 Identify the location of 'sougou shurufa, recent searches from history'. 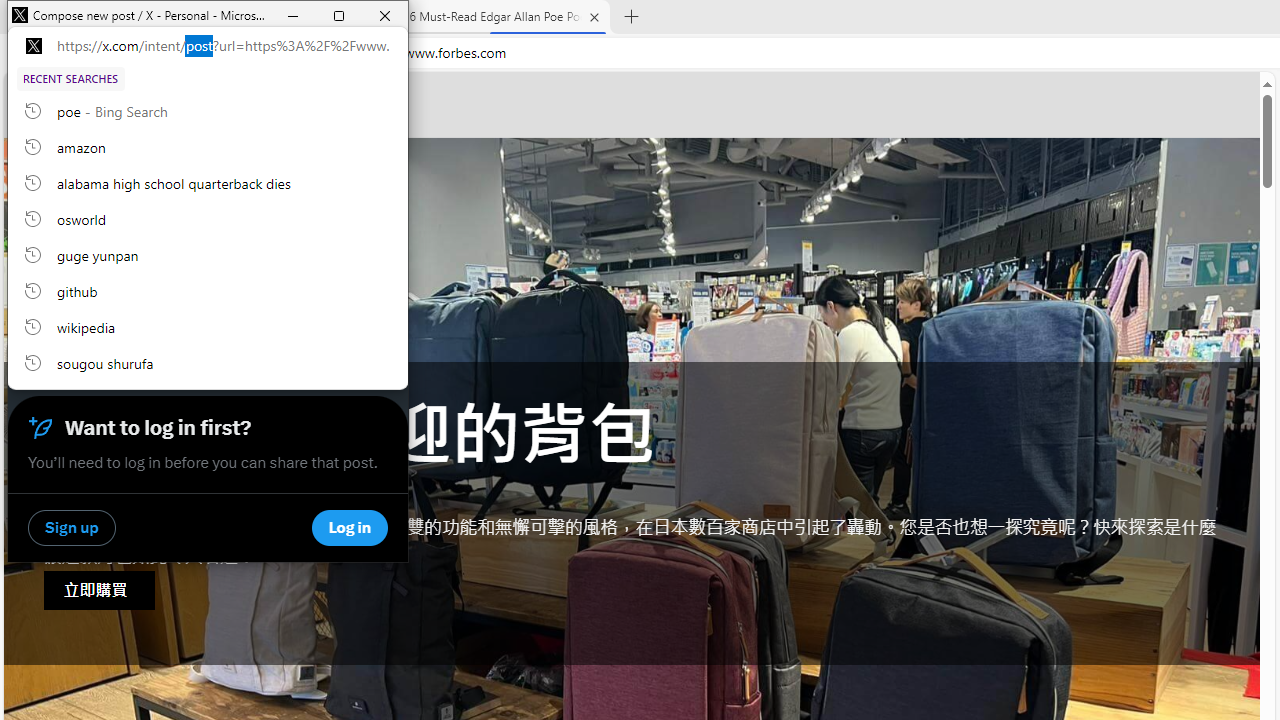
(208, 362).